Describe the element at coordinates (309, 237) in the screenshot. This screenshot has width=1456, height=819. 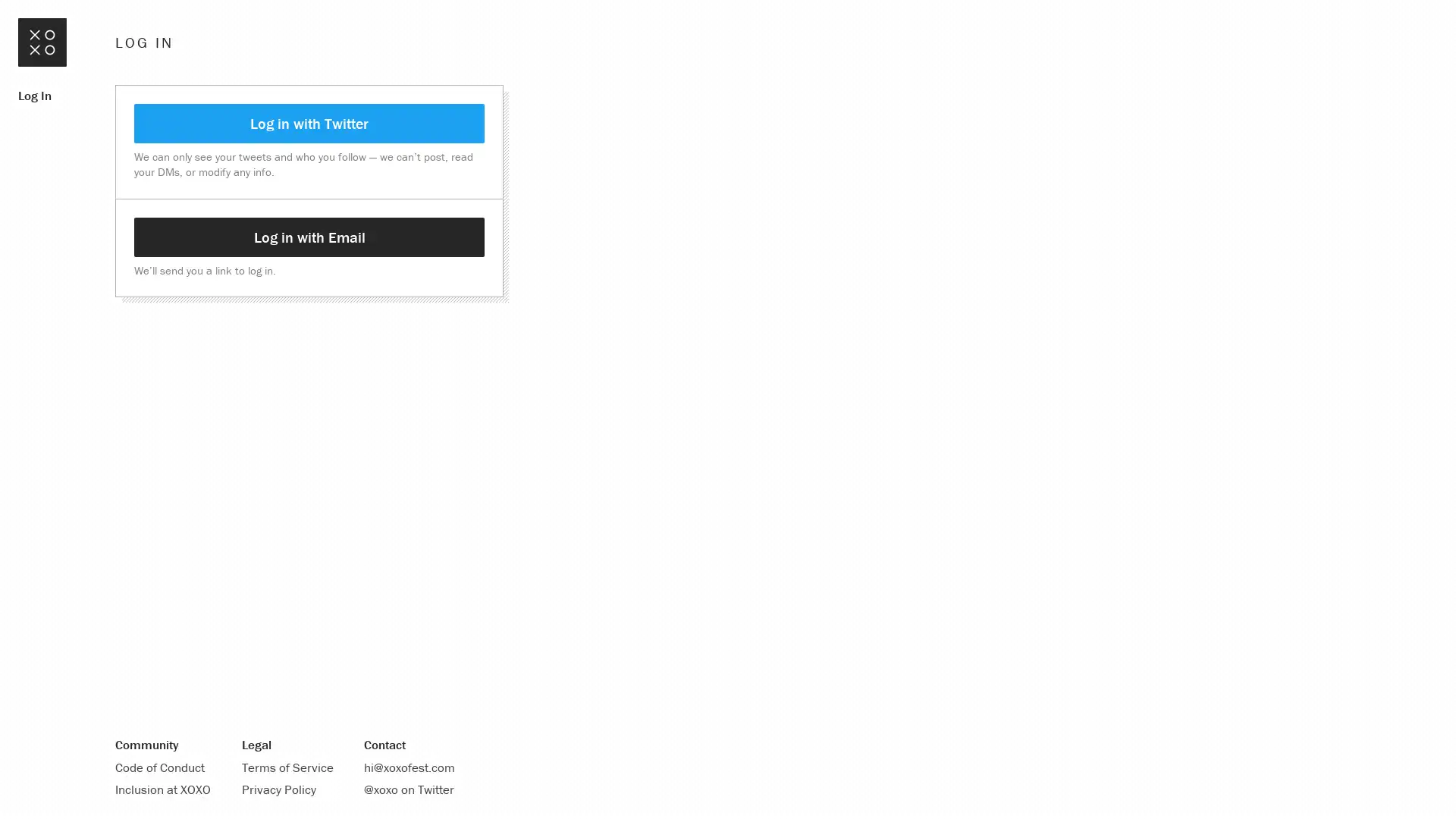
I see `Log in with Email` at that location.